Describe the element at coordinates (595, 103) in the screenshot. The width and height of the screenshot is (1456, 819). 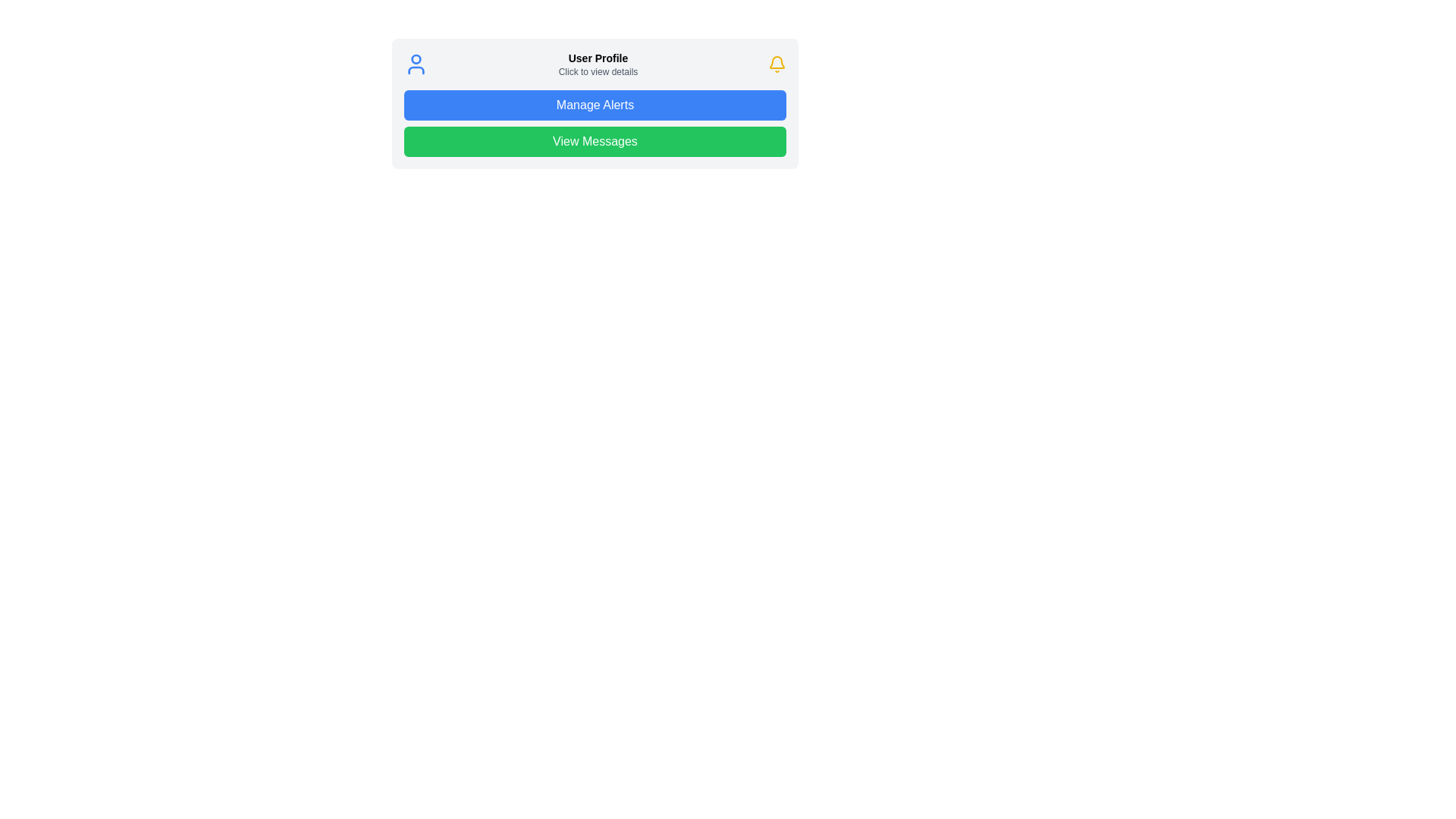
I see `the first button in the 'User Profile' panel that manages alert settings or view alert-related information` at that location.